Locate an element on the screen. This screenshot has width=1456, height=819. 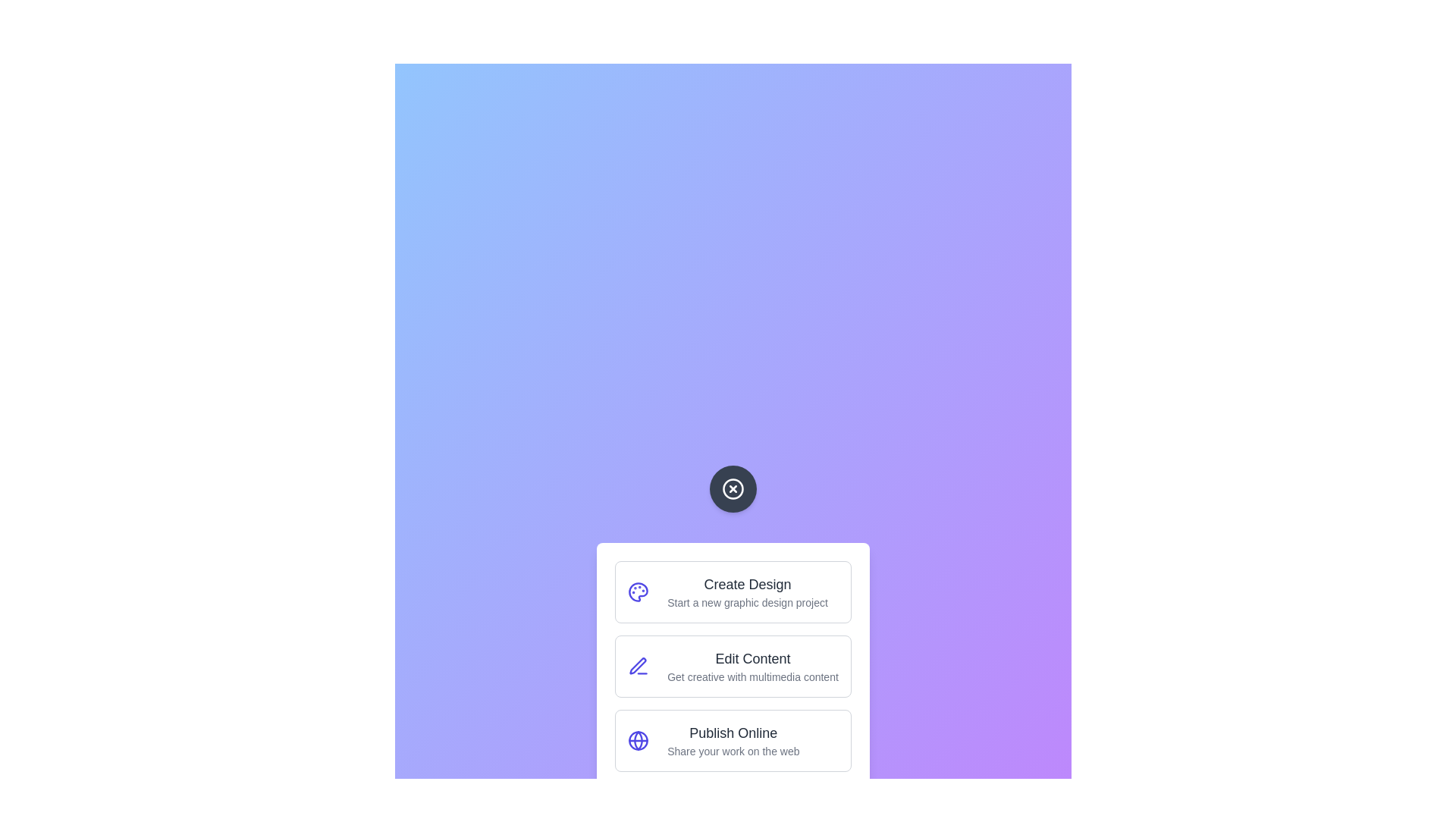
the action item Edit Content is located at coordinates (733, 666).